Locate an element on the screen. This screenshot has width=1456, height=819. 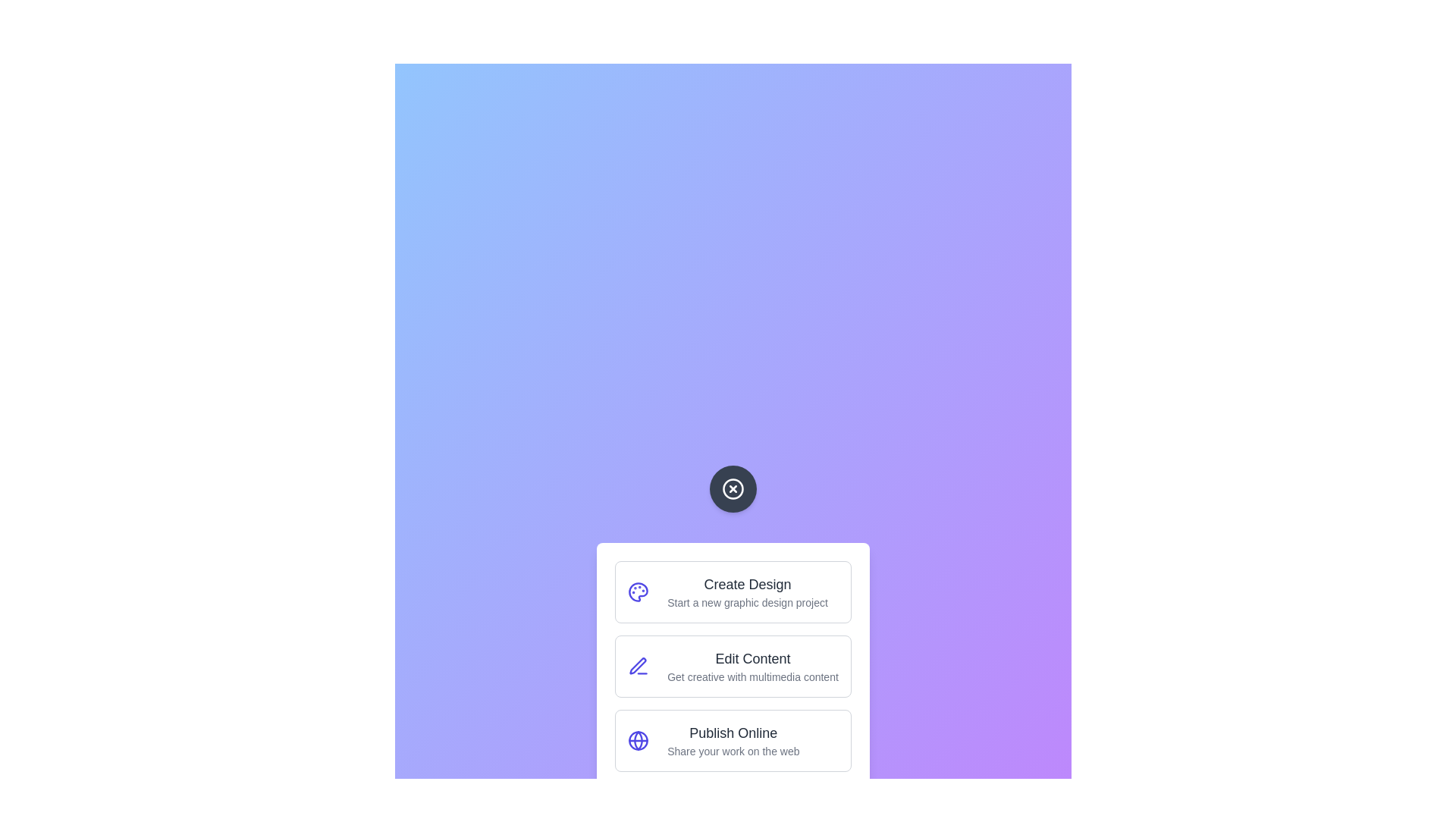
the action item Edit Content is located at coordinates (733, 666).